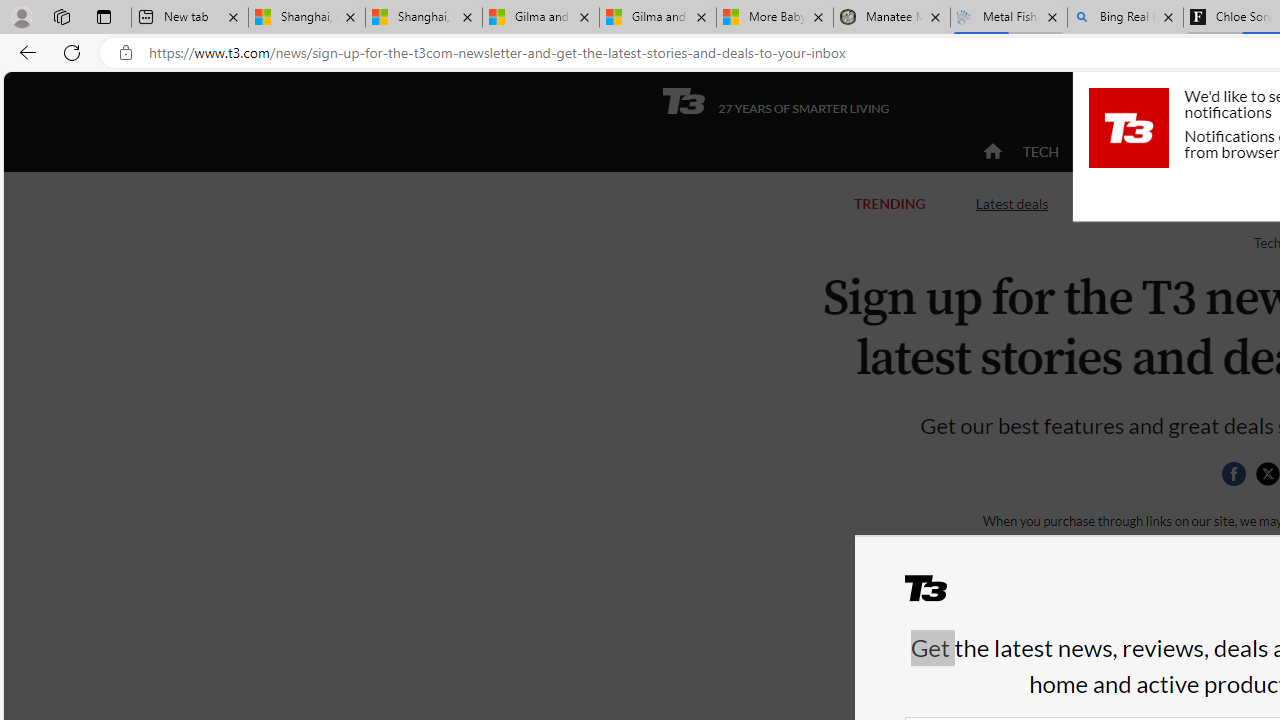 This screenshot has height=720, width=1280. I want to click on 'Latest deals', so click(1011, 204).